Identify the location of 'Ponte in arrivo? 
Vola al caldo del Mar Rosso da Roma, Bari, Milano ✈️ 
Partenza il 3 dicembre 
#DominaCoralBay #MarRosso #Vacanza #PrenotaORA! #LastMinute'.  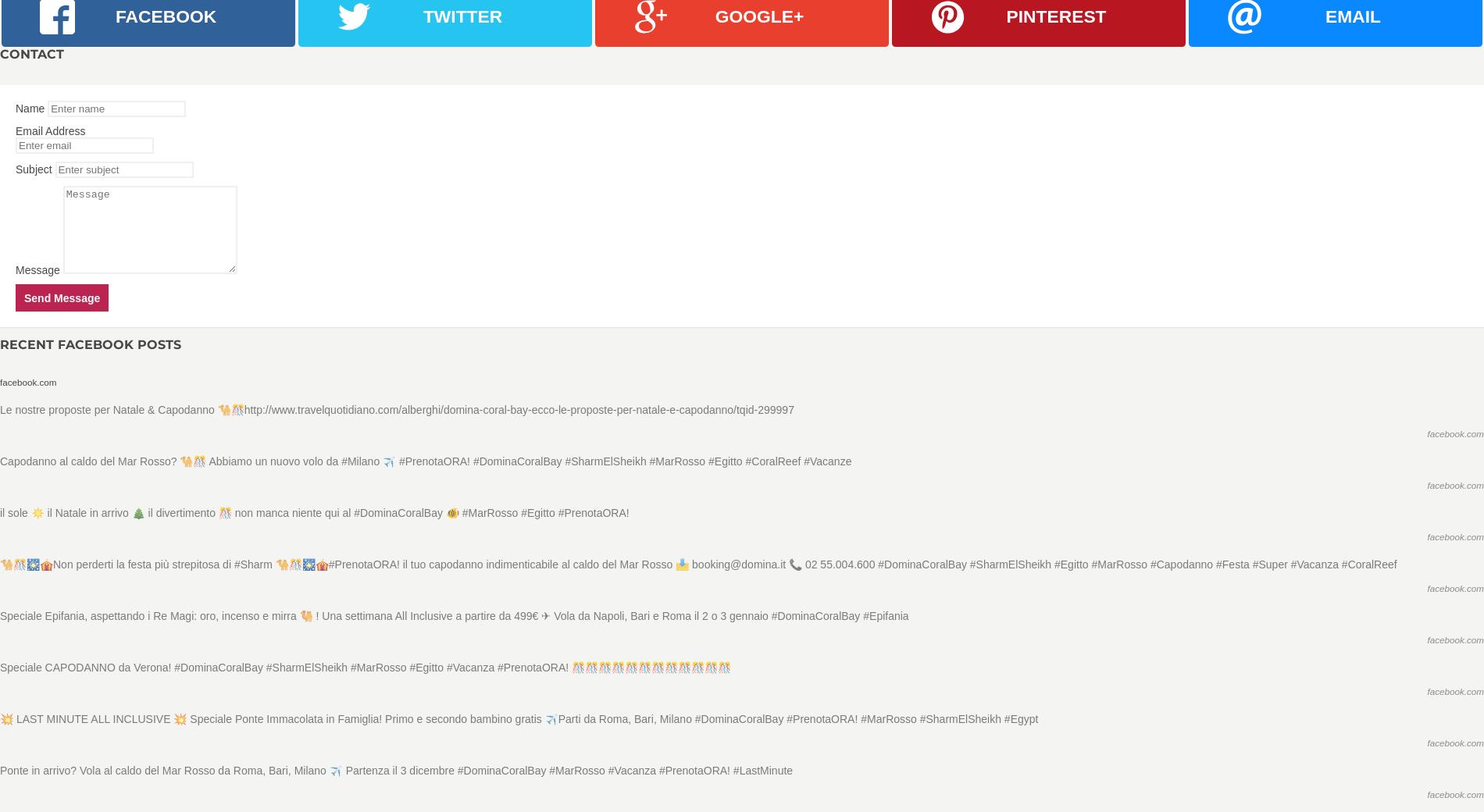
(0, 770).